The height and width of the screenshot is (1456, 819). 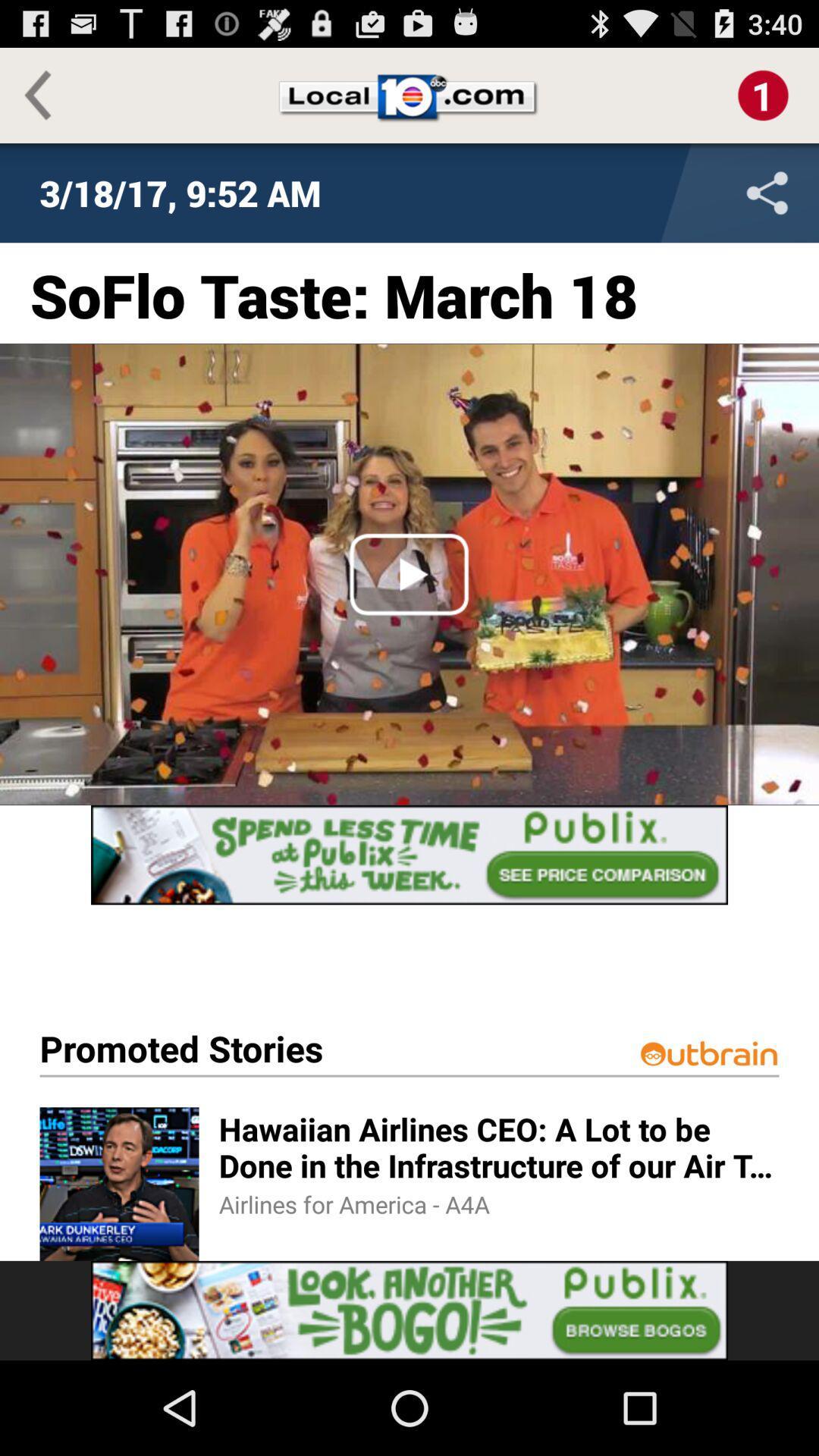 What do you see at coordinates (409, 855) in the screenshot?
I see `screen page` at bounding box center [409, 855].